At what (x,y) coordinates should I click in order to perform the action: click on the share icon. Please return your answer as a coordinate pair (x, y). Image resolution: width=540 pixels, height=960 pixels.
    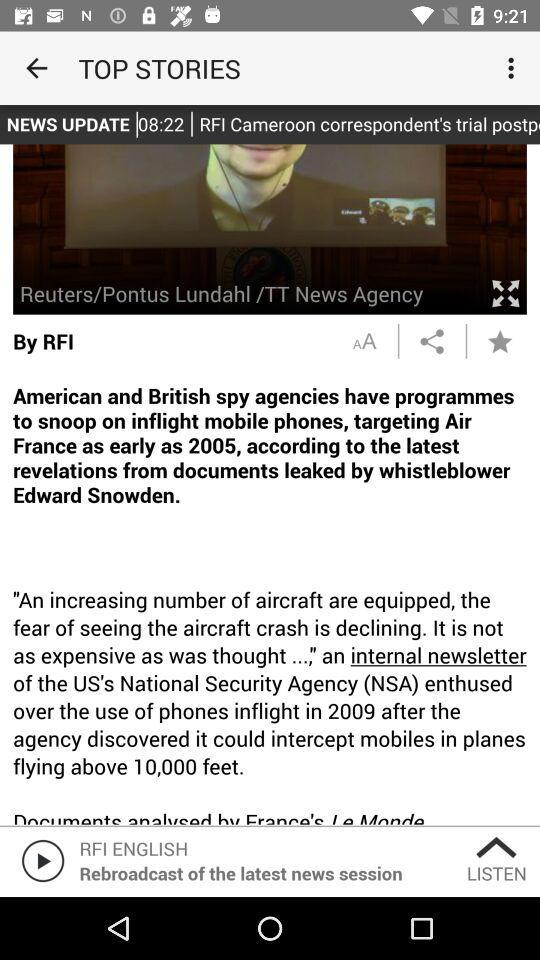
    Looking at the image, I should click on (431, 341).